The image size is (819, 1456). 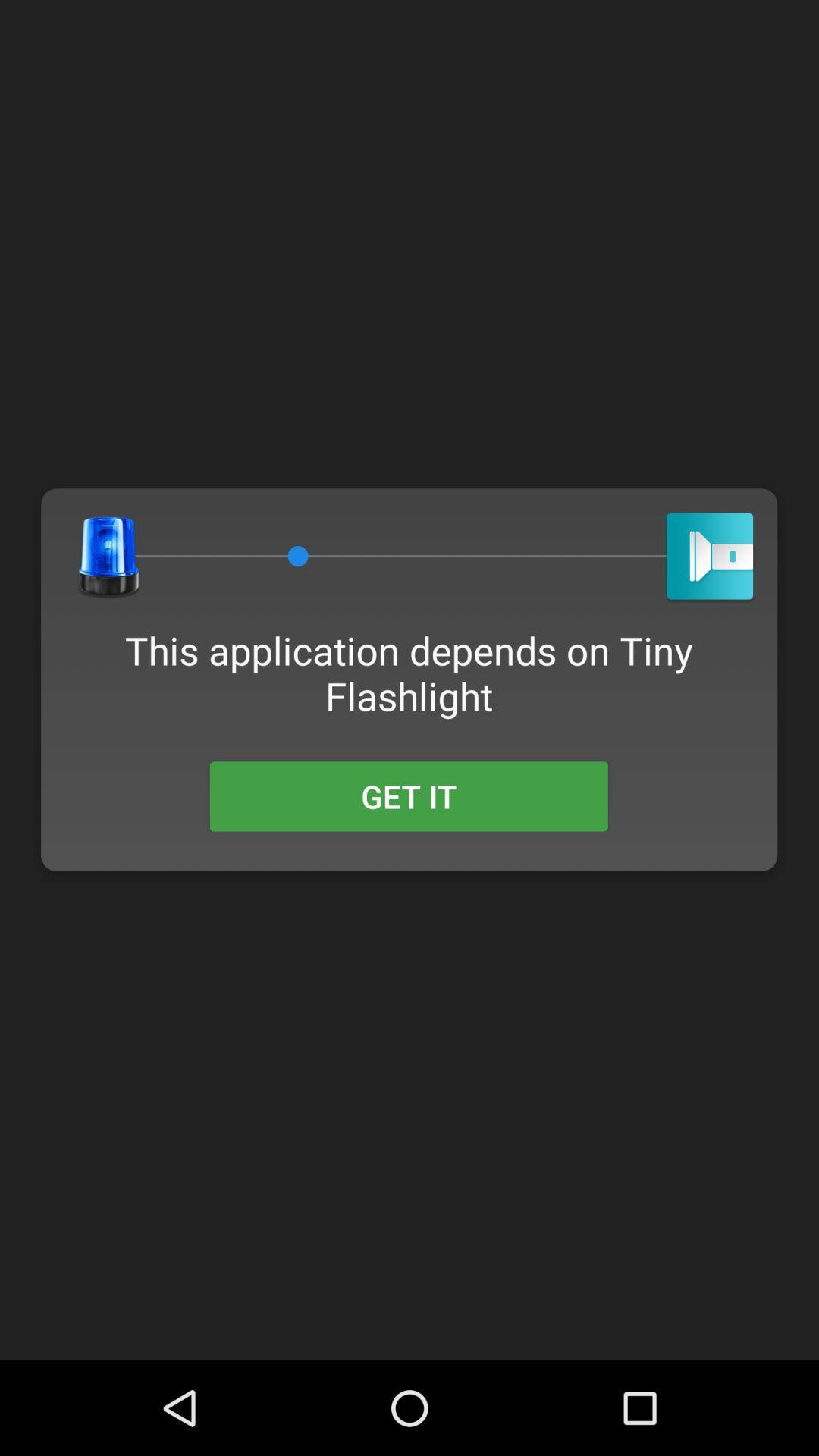 What do you see at coordinates (408, 795) in the screenshot?
I see `the     get it` at bounding box center [408, 795].